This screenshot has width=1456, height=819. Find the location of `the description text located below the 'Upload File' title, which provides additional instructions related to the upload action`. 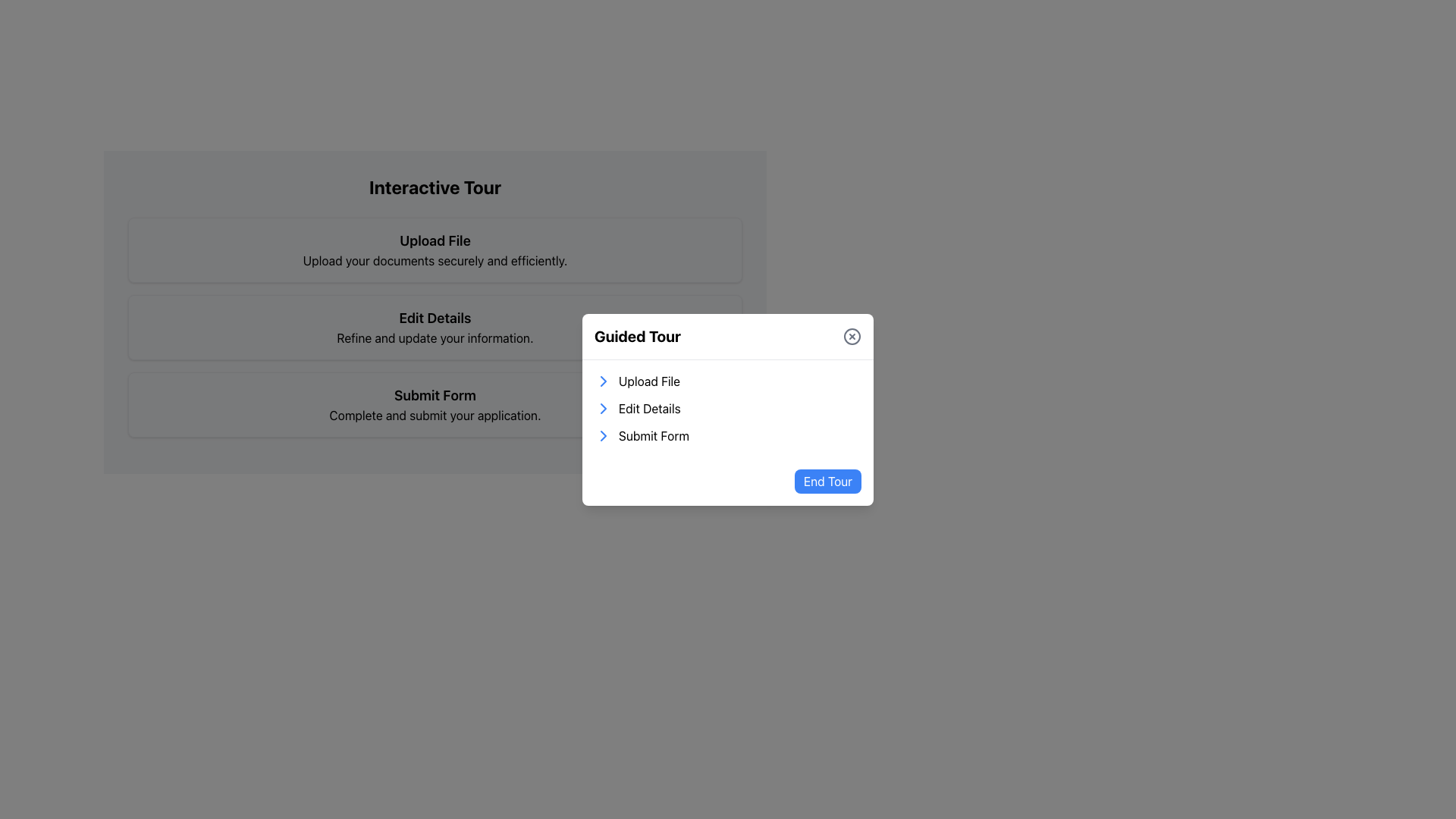

the description text located below the 'Upload File' title, which provides additional instructions related to the upload action is located at coordinates (435, 259).